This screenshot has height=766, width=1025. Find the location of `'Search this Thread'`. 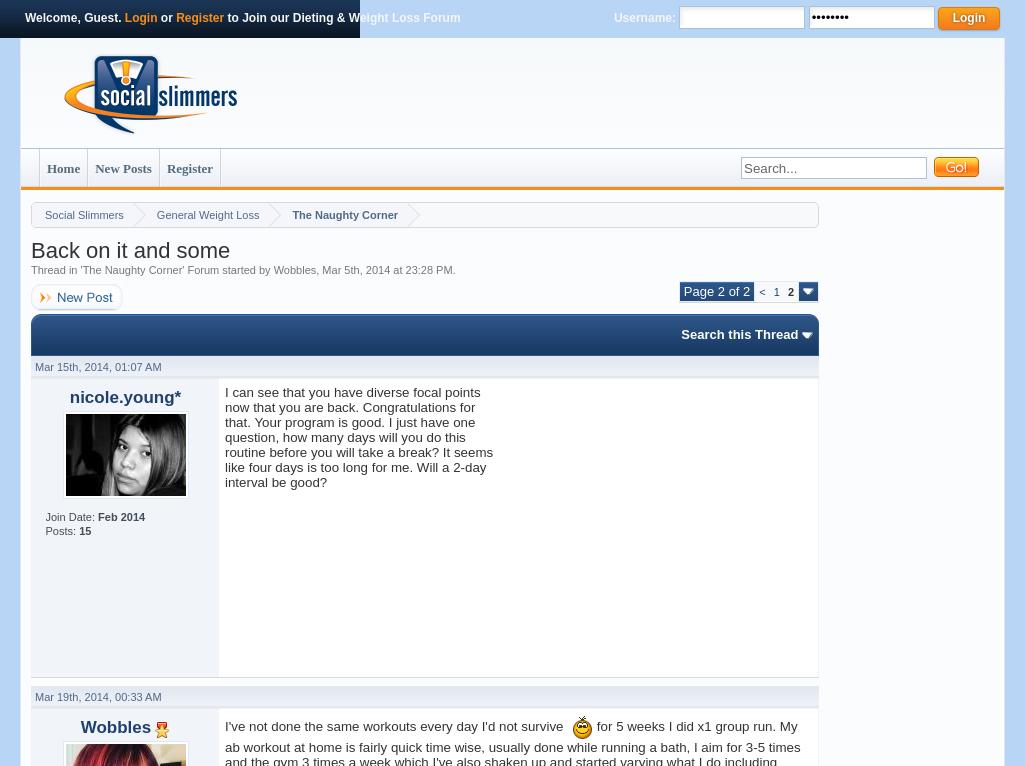

'Search this Thread' is located at coordinates (738, 333).